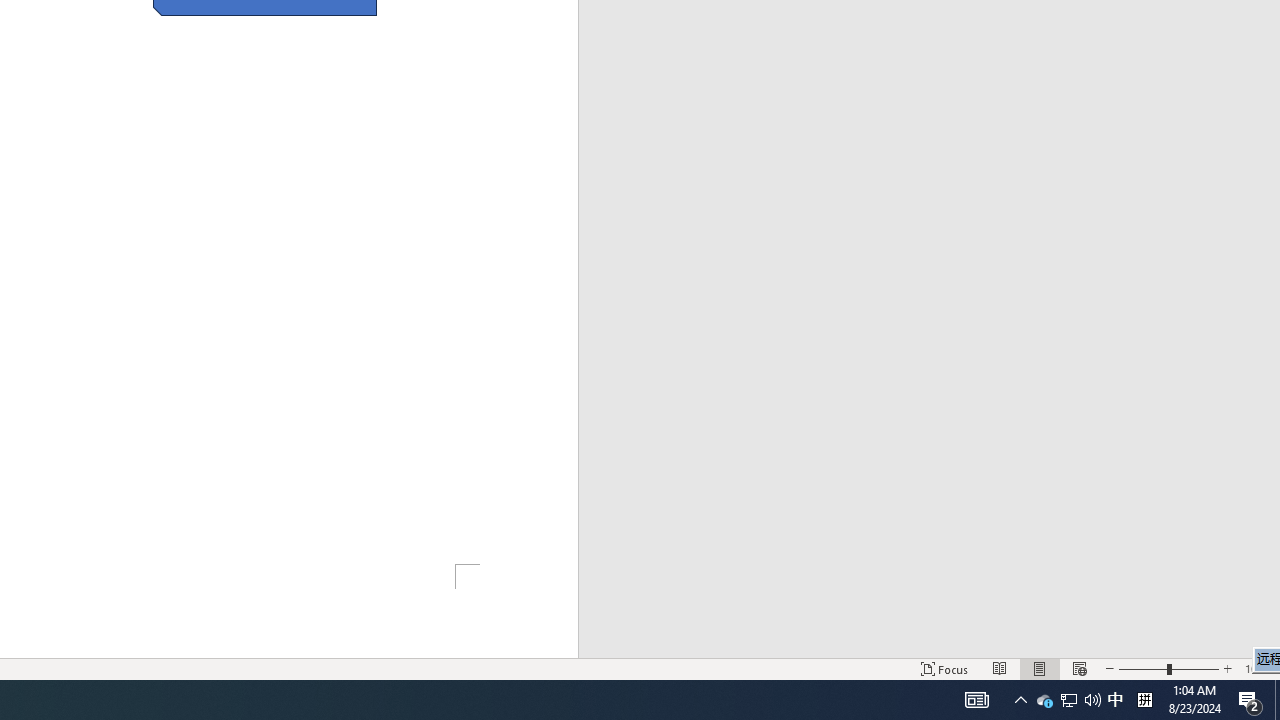  What do you see at coordinates (1257, 669) in the screenshot?
I see `'Zoom 104%'` at bounding box center [1257, 669].